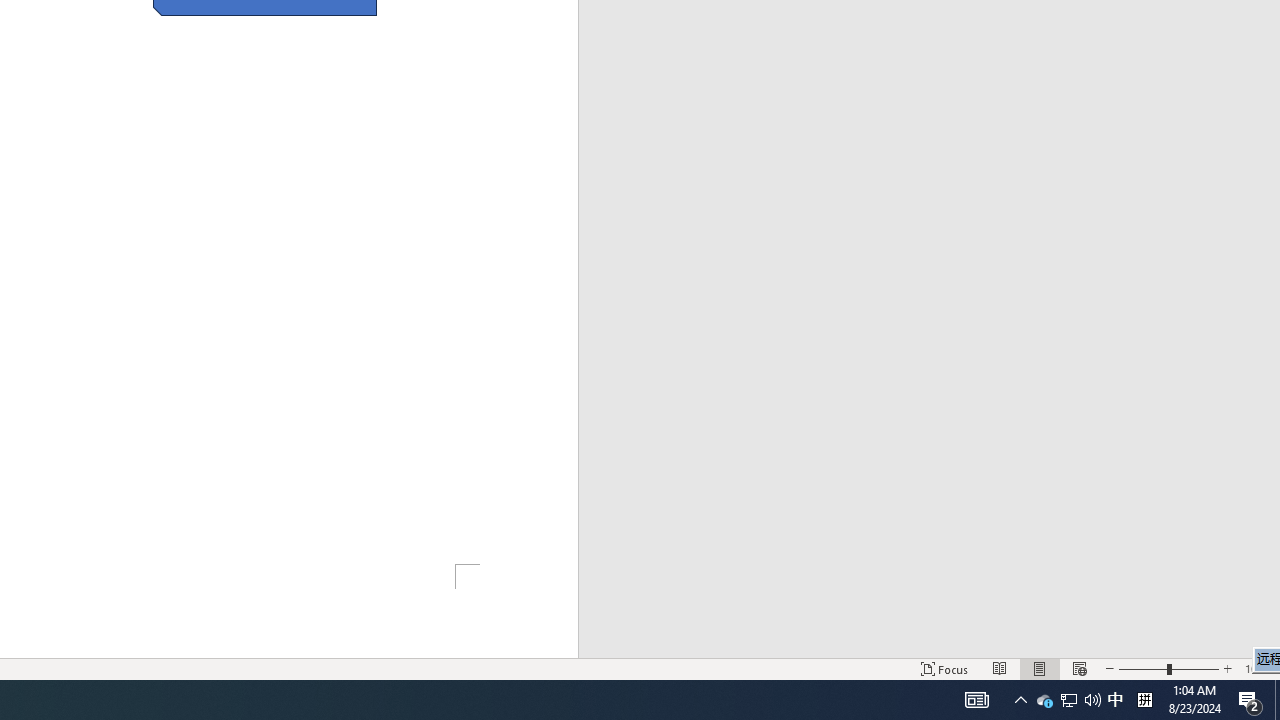  What do you see at coordinates (1257, 669) in the screenshot?
I see `'Zoom 104%'` at bounding box center [1257, 669].